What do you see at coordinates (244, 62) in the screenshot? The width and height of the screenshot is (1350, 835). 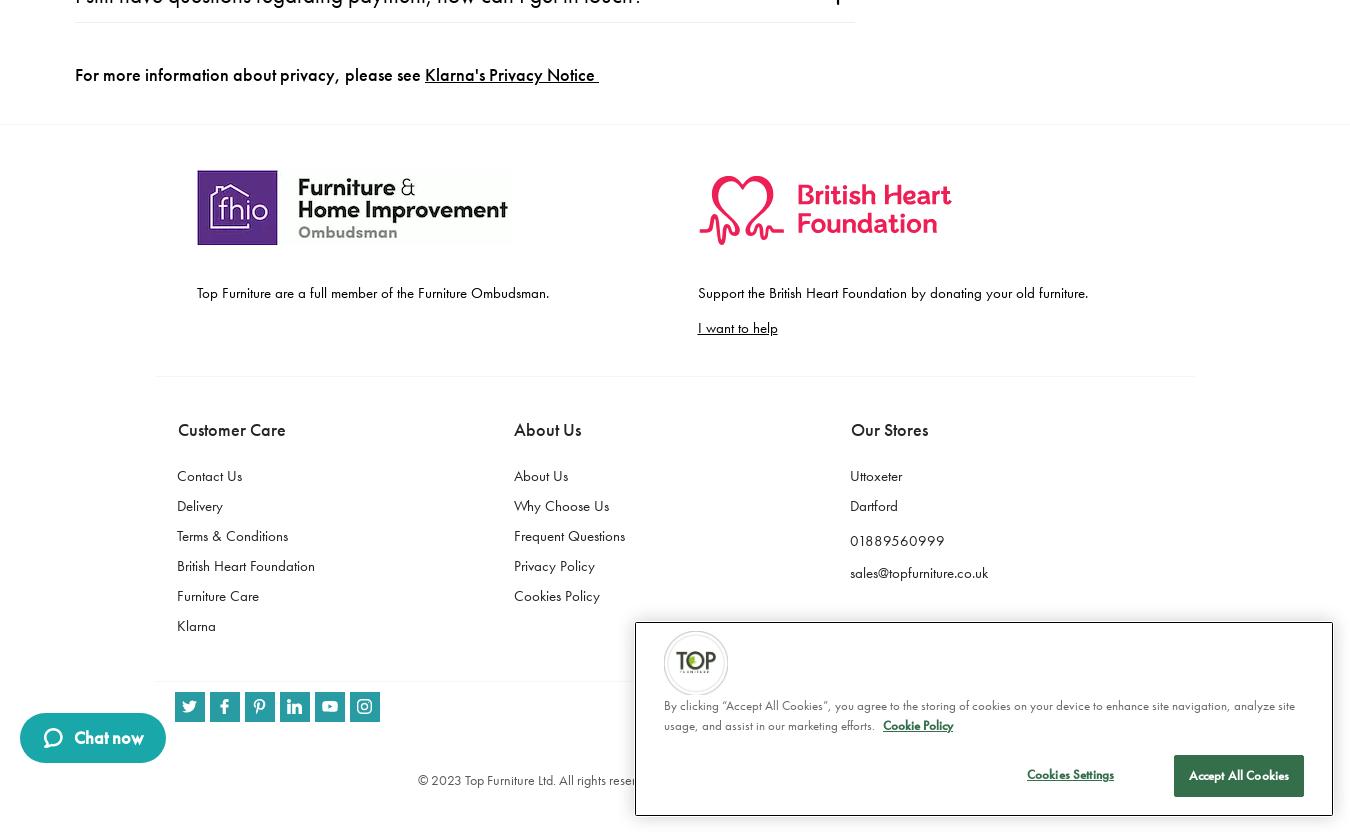 I see `'British Heart Foundation'` at bounding box center [244, 62].